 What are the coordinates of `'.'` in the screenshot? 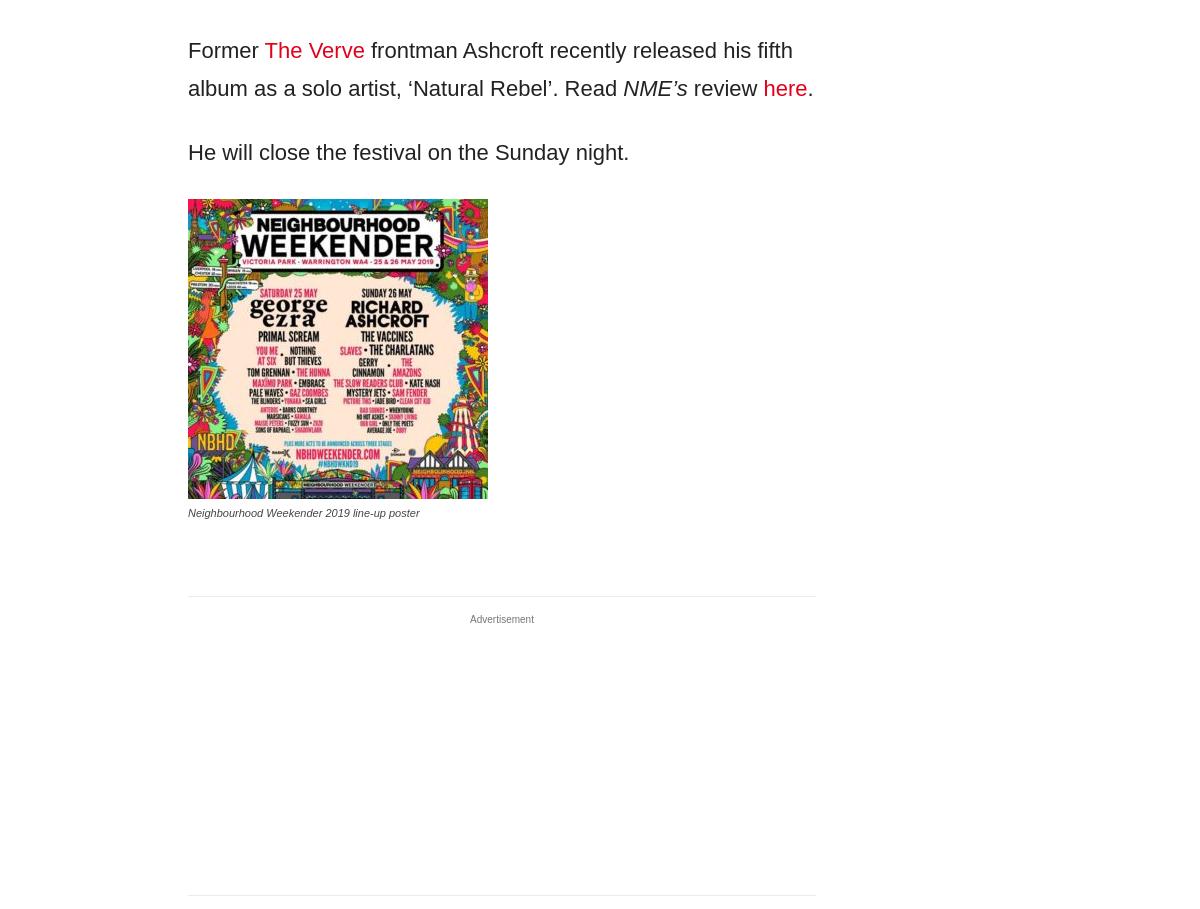 It's located at (809, 87).